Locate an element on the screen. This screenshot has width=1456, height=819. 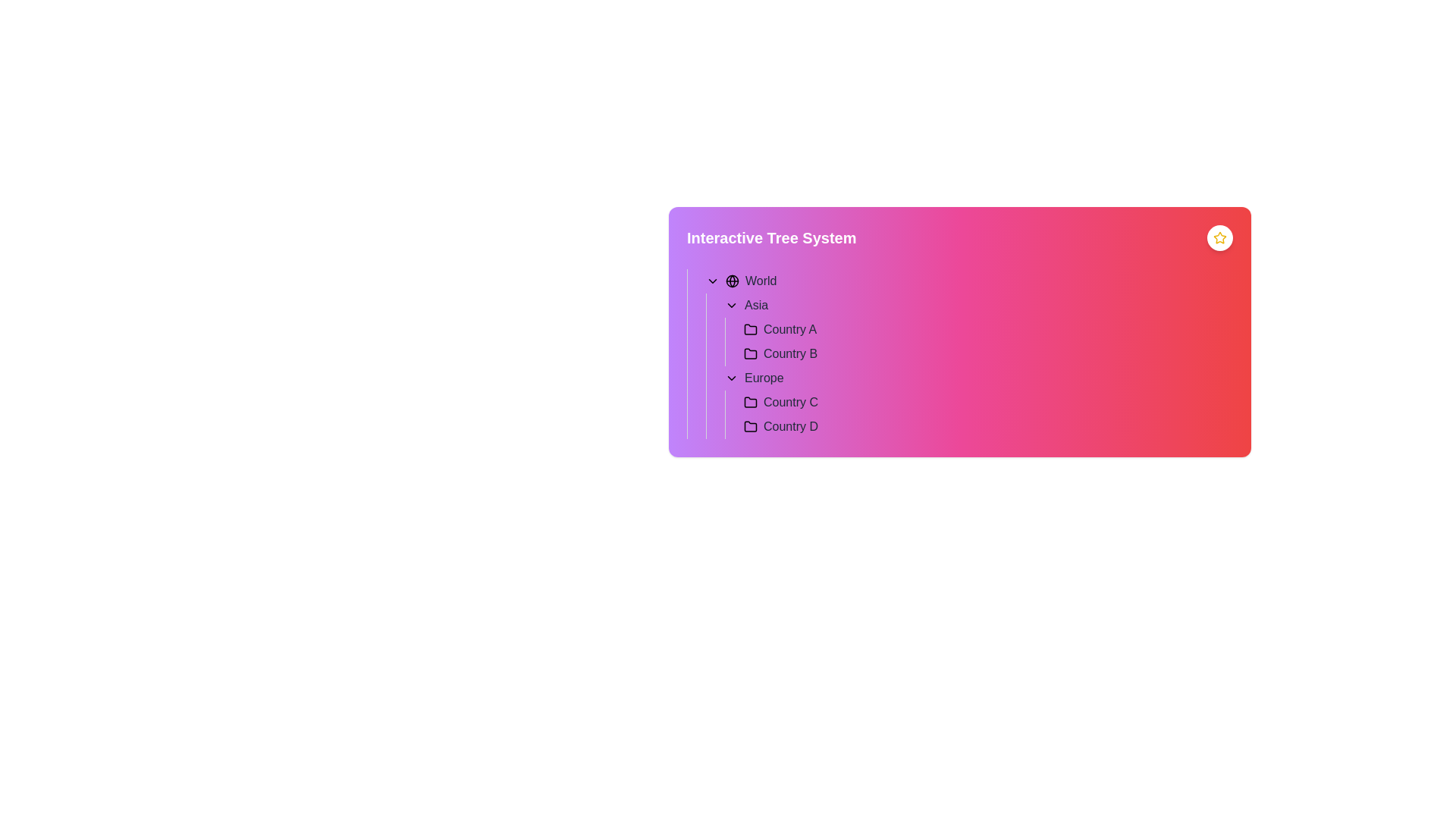
the folder-shaped icon located to the left of the text label 'Country C' is located at coordinates (750, 402).